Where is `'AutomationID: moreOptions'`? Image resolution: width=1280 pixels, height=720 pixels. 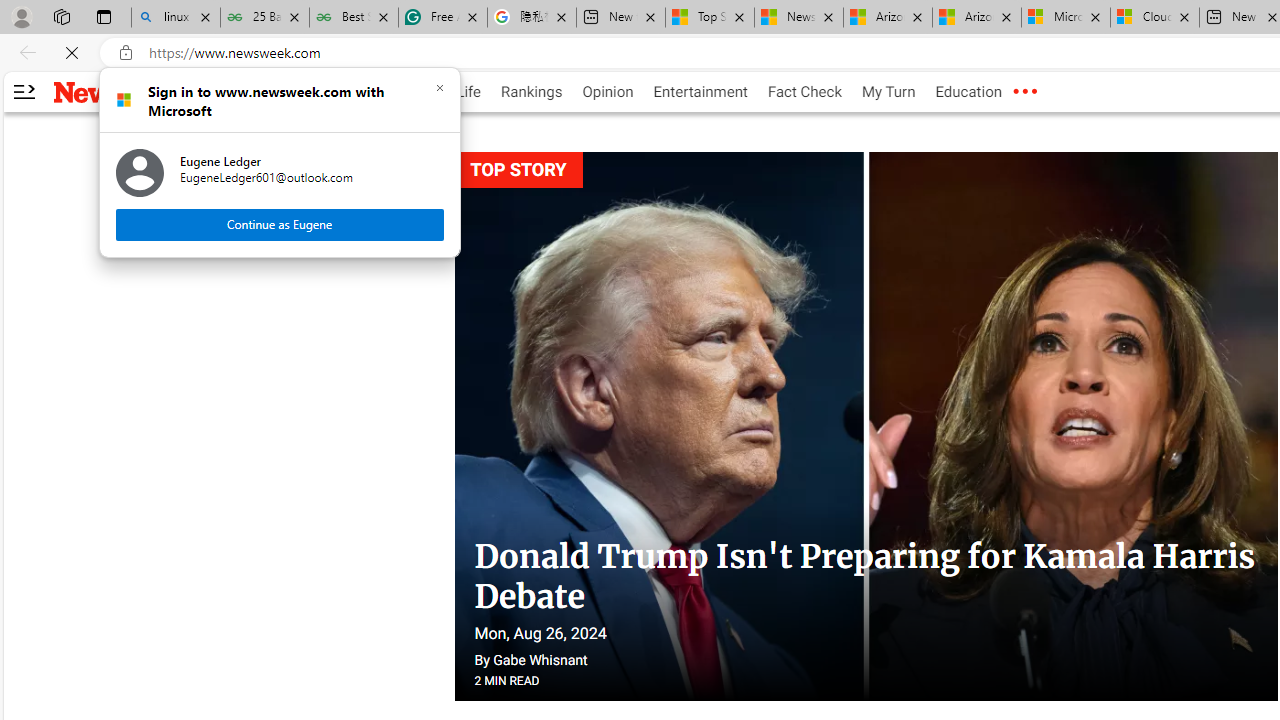
'AutomationID: moreOptions' is located at coordinates (1024, 92).